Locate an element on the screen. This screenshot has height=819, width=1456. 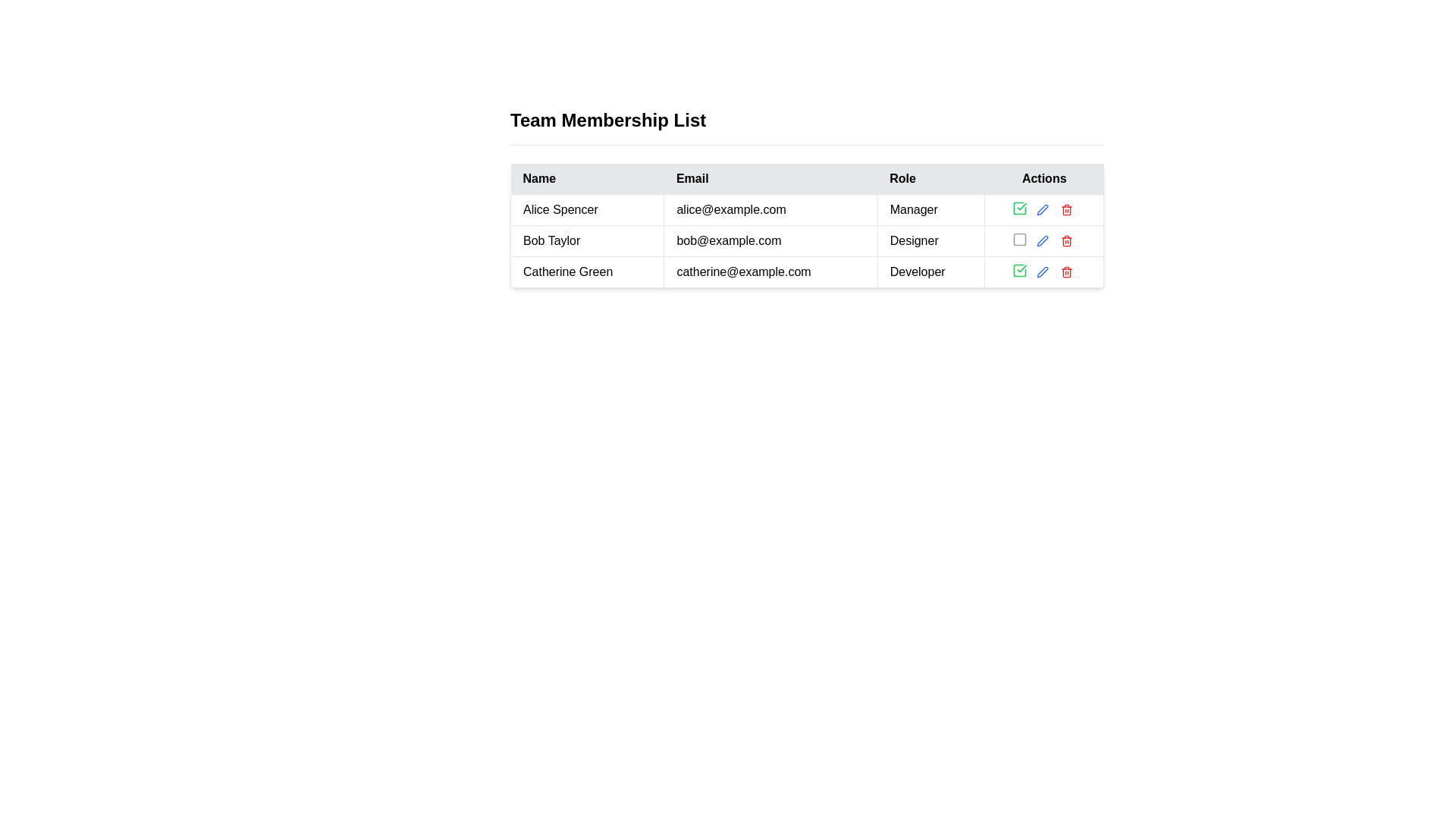
the blank table cell in the 'Actions' column for the row corresponding to 'Bob Taylor - Designer' is located at coordinates (1043, 240).